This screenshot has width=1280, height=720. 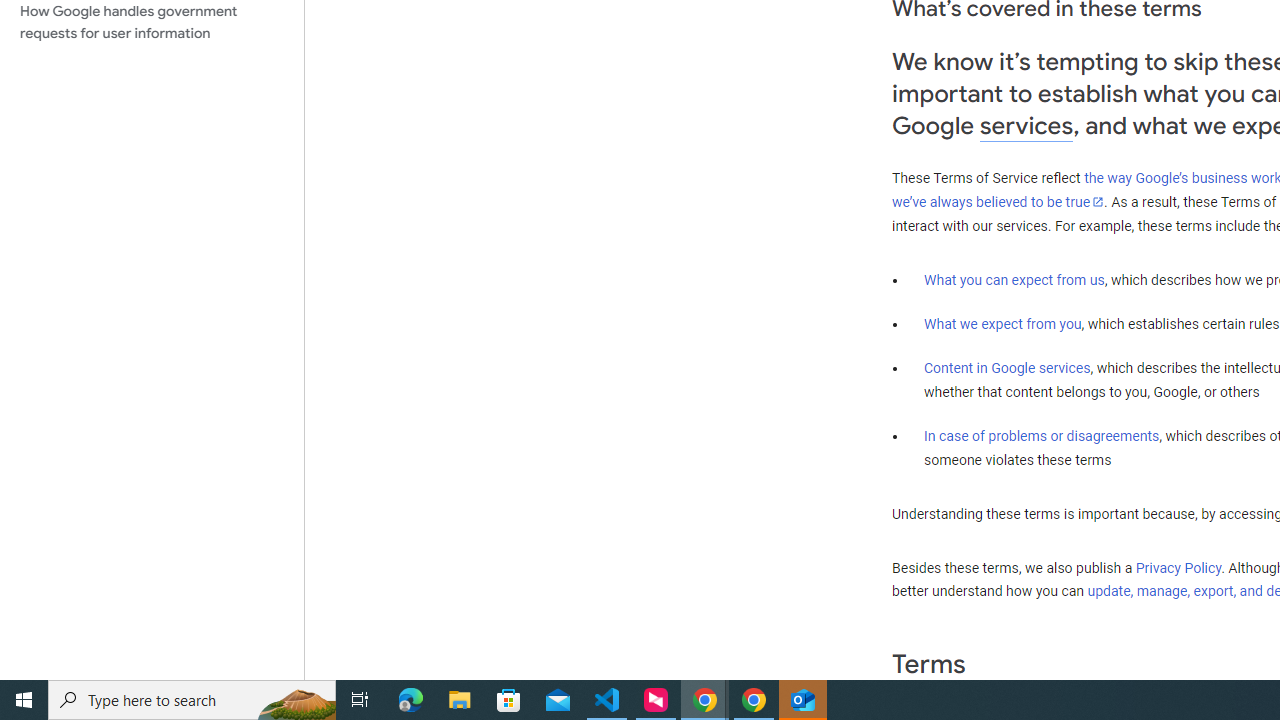 I want to click on 'services', so click(x=1026, y=125).